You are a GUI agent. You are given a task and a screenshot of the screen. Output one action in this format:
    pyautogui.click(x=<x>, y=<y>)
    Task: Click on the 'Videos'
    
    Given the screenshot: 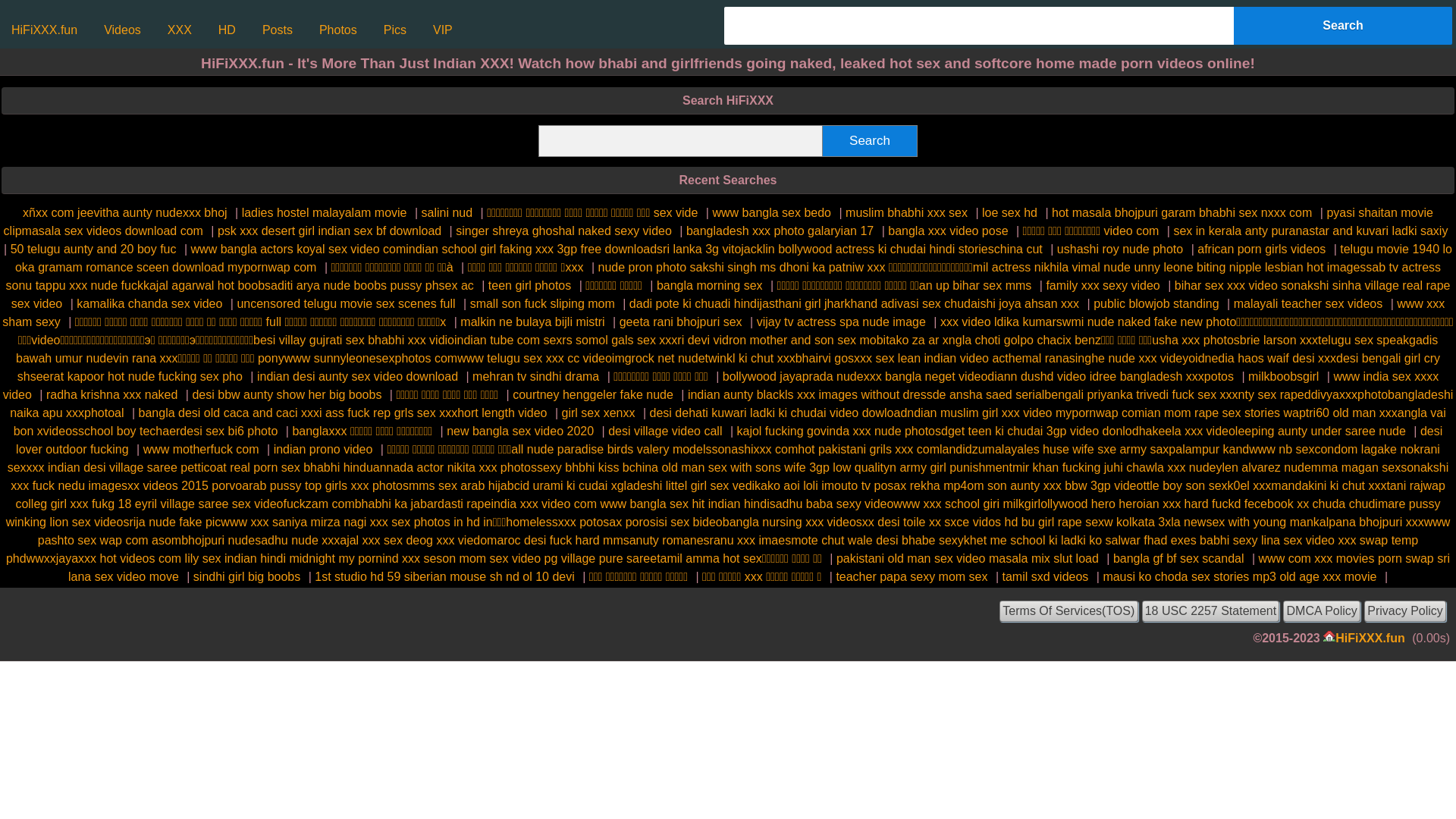 What is the action you would take?
    pyautogui.click(x=122, y=30)
    